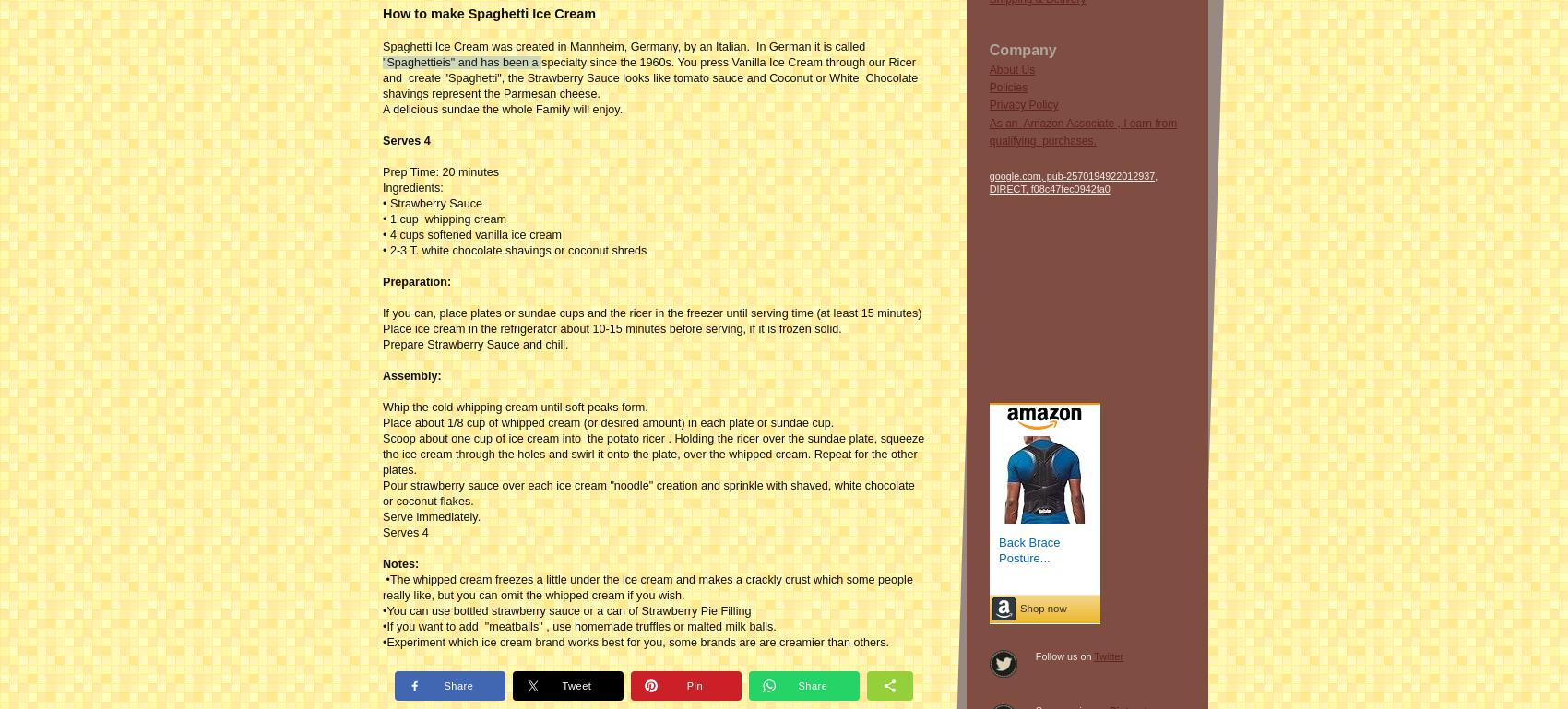 The height and width of the screenshot is (709, 1568). Describe the element at coordinates (461, 60) in the screenshot. I see `'"Spaghettieis" and has been a'` at that location.